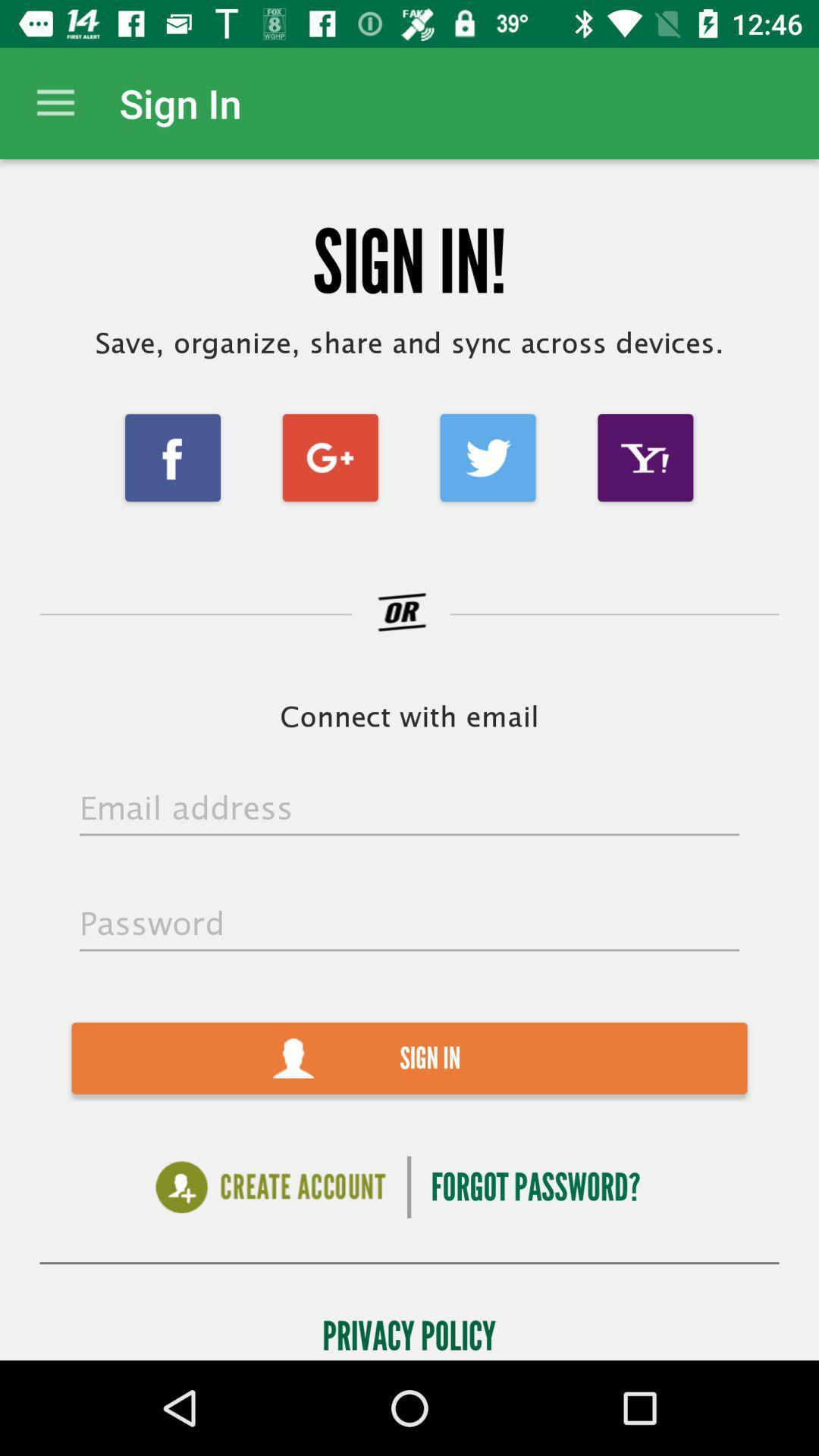 The image size is (819, 1456). What do you see at coordinates (488, 457) in the screenshot?
I see `the twitter icon` at bounding box center [488, 457].